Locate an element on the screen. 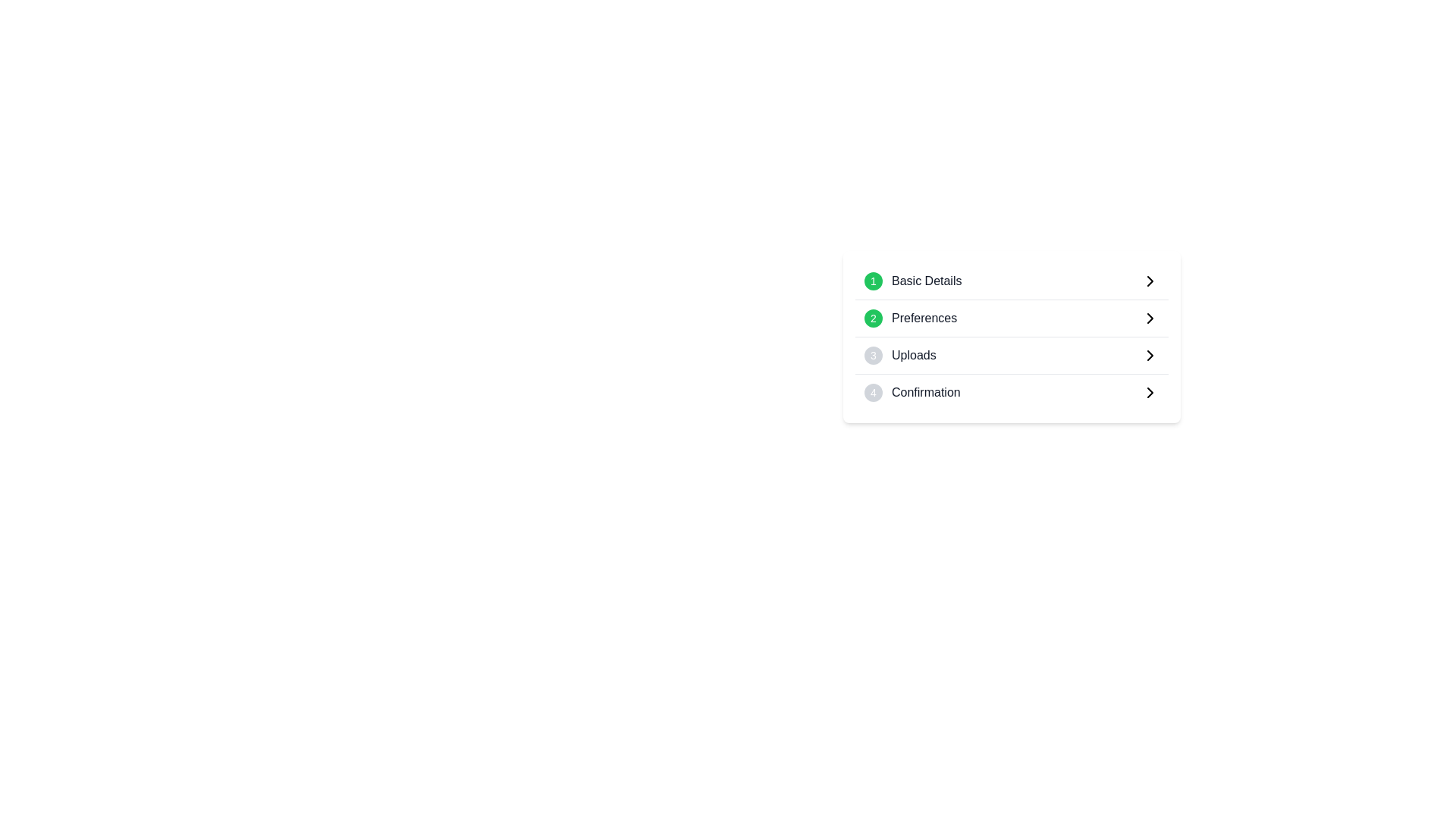 This screenshot has height=819, width=1456. the circular badge with a light gray background containing the digit '3' in white text, located to the left of the 'Uploads' text is located at coordinates (874, 356).